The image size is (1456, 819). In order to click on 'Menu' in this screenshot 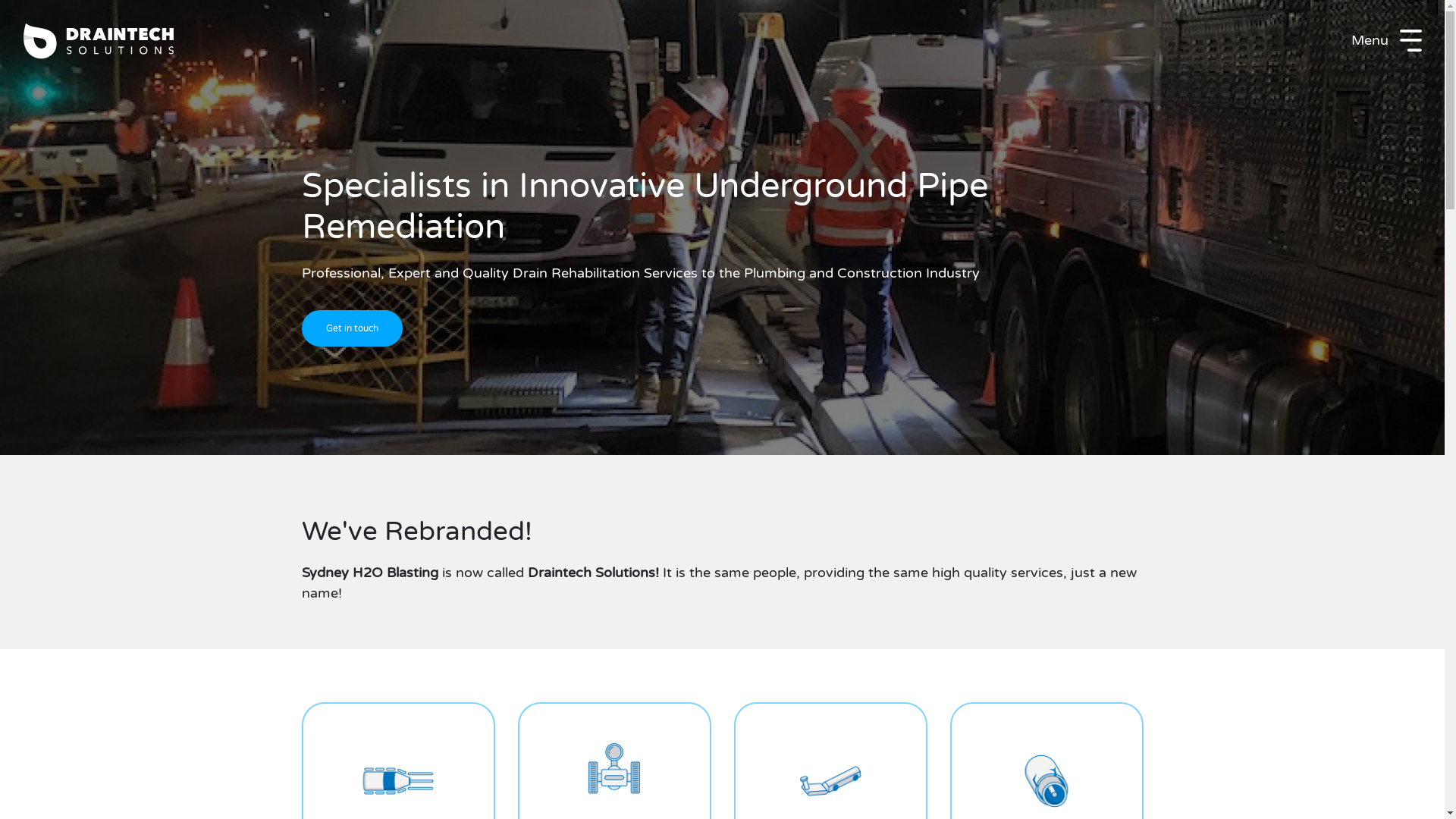, I will do `click(1386, 39)`.